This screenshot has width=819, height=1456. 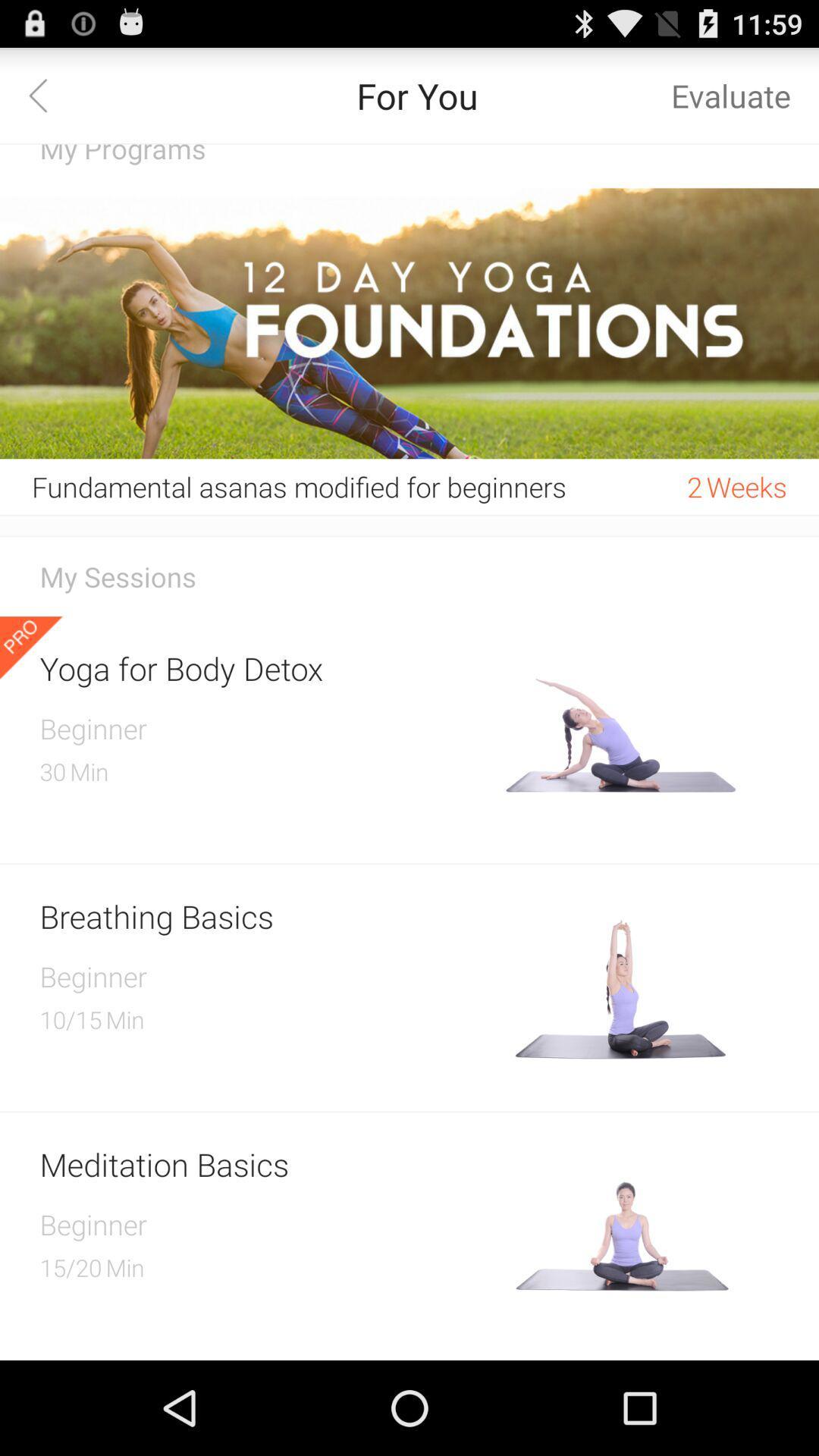 I want to click on the breathing basics, so click(x=266, y=915).